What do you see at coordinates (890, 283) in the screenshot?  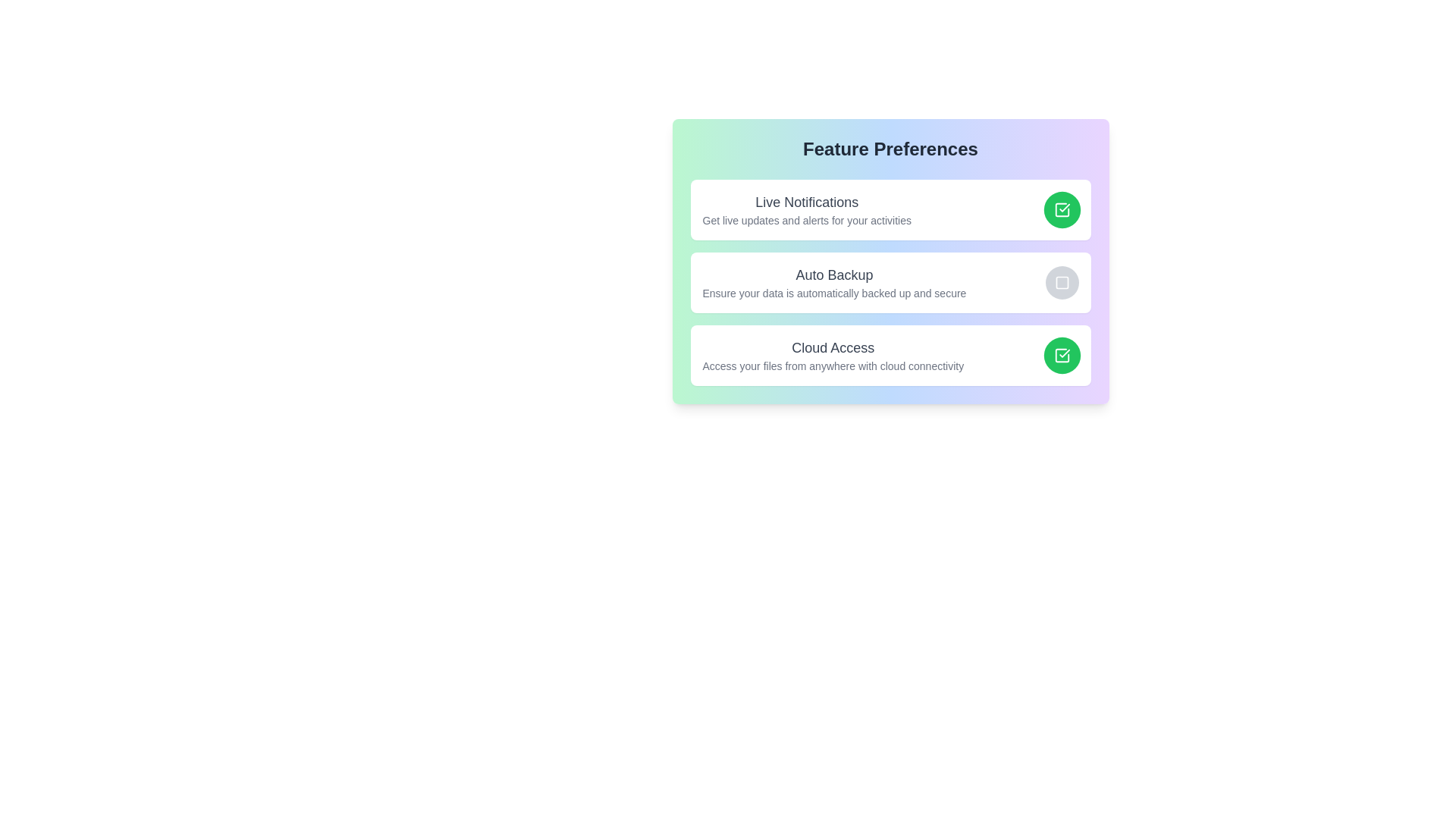 I see `the circular icon next to the 'Auto Backup' title in the list item under 'Feature Preferences'` at bounding box center [890, 283].